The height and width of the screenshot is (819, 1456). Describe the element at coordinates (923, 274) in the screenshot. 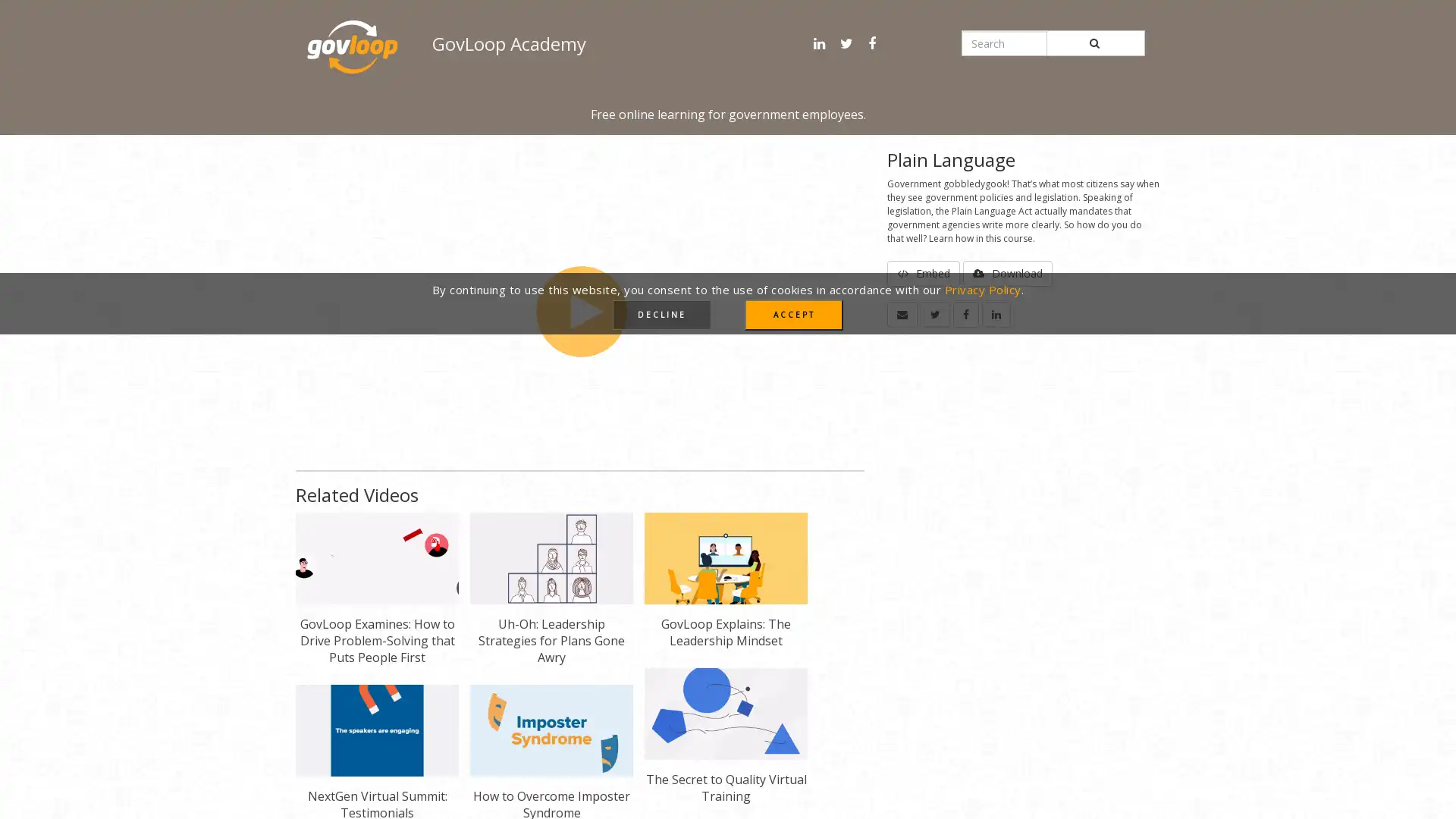

I see `Embed` at that location.